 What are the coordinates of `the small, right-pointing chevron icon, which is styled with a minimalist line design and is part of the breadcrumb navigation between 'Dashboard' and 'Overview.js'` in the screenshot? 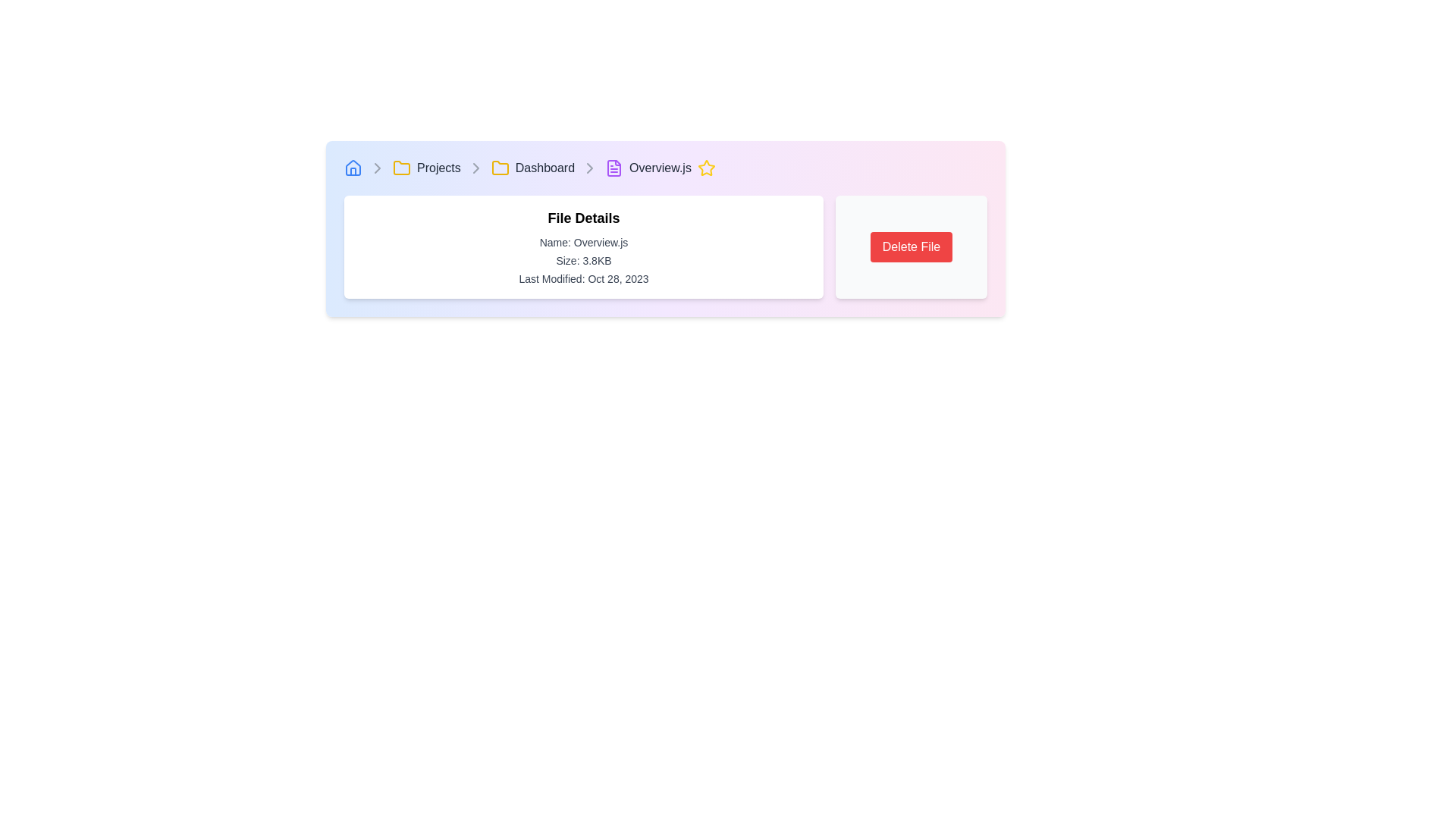 It's located at (588, 168).